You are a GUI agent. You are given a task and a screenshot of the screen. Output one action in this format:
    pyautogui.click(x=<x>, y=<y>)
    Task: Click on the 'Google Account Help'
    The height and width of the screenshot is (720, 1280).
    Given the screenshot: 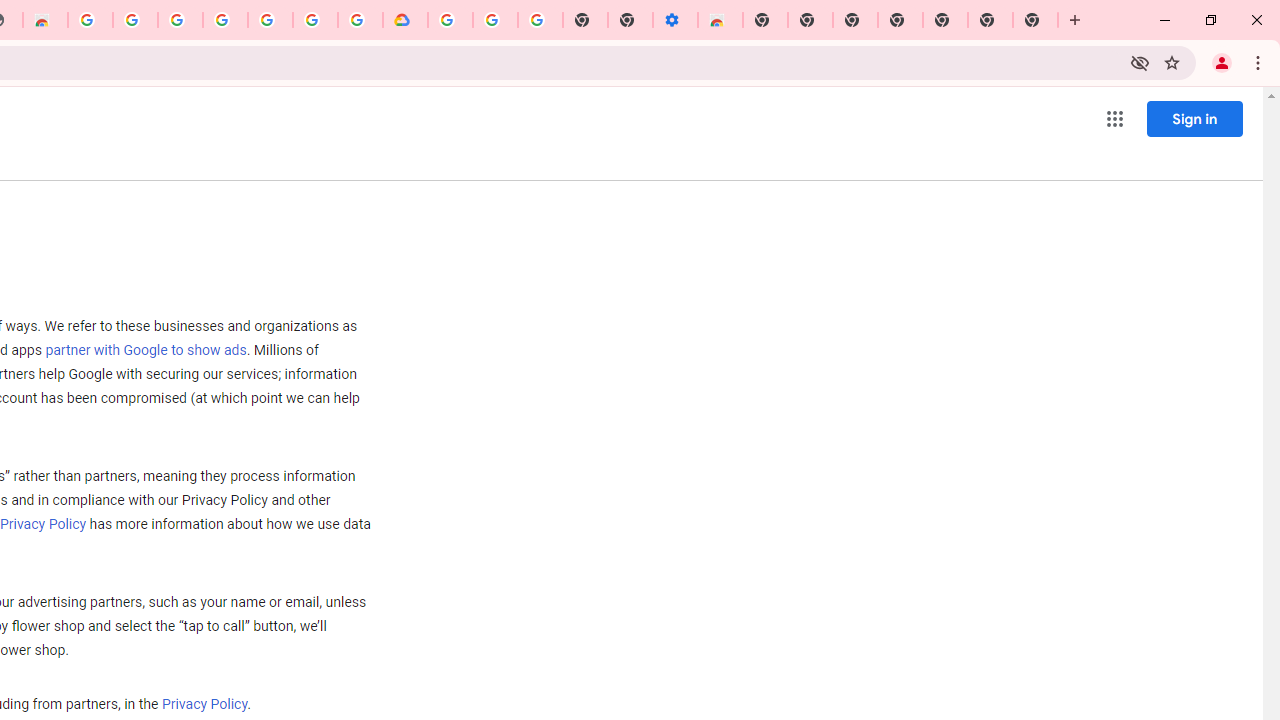 What is the action you would take?
    pyautogui.click(x=495, y=20)
    